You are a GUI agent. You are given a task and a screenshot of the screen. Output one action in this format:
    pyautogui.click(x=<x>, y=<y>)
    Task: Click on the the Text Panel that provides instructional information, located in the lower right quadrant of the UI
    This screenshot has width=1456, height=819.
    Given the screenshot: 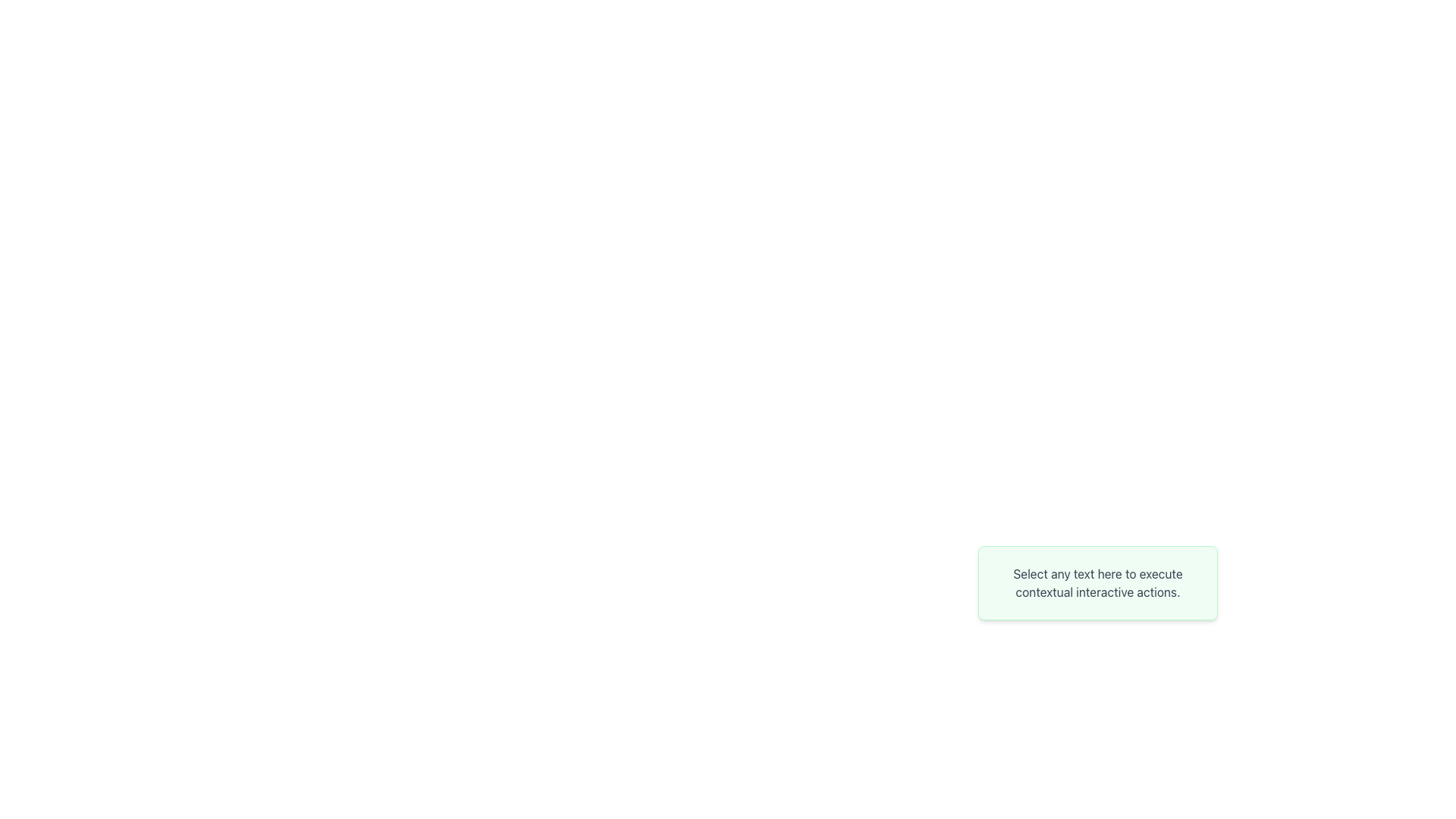 What is the action you would take?
    pyautogui.click(x=1098, y=626)
    